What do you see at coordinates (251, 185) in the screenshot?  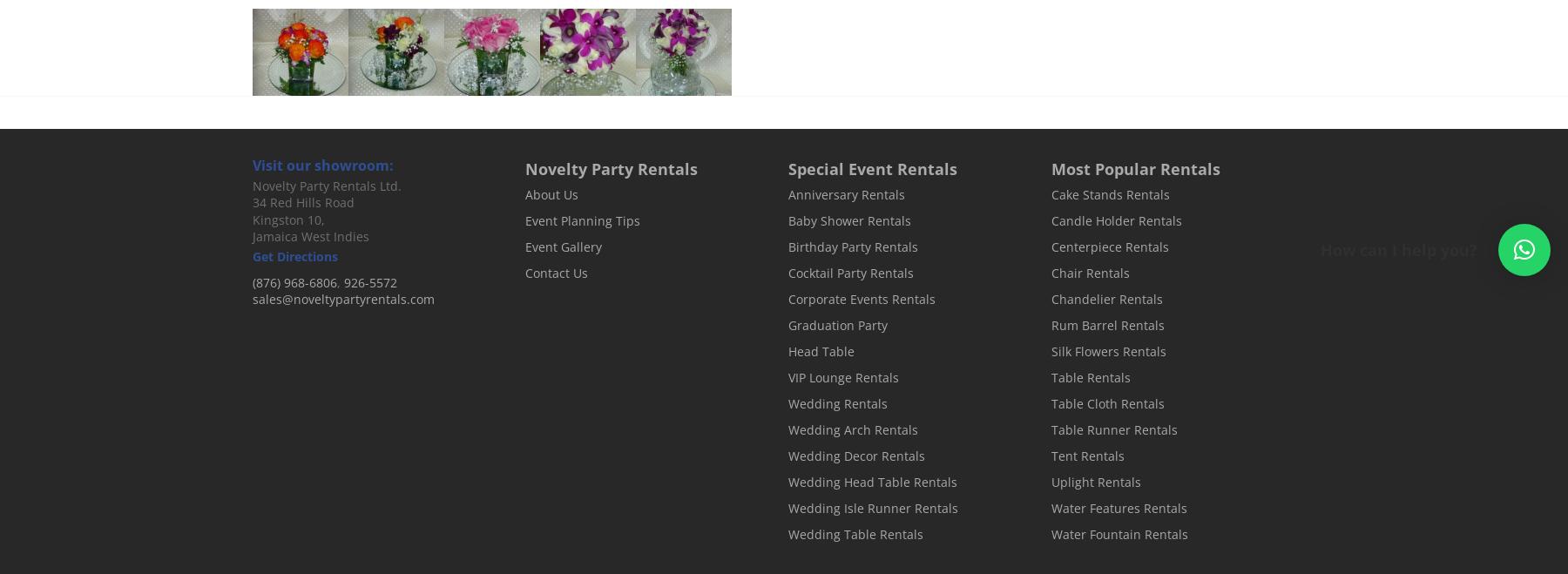 I see `'Novelty Party Rentals Ltd.'` at bounding box center [251, 185].